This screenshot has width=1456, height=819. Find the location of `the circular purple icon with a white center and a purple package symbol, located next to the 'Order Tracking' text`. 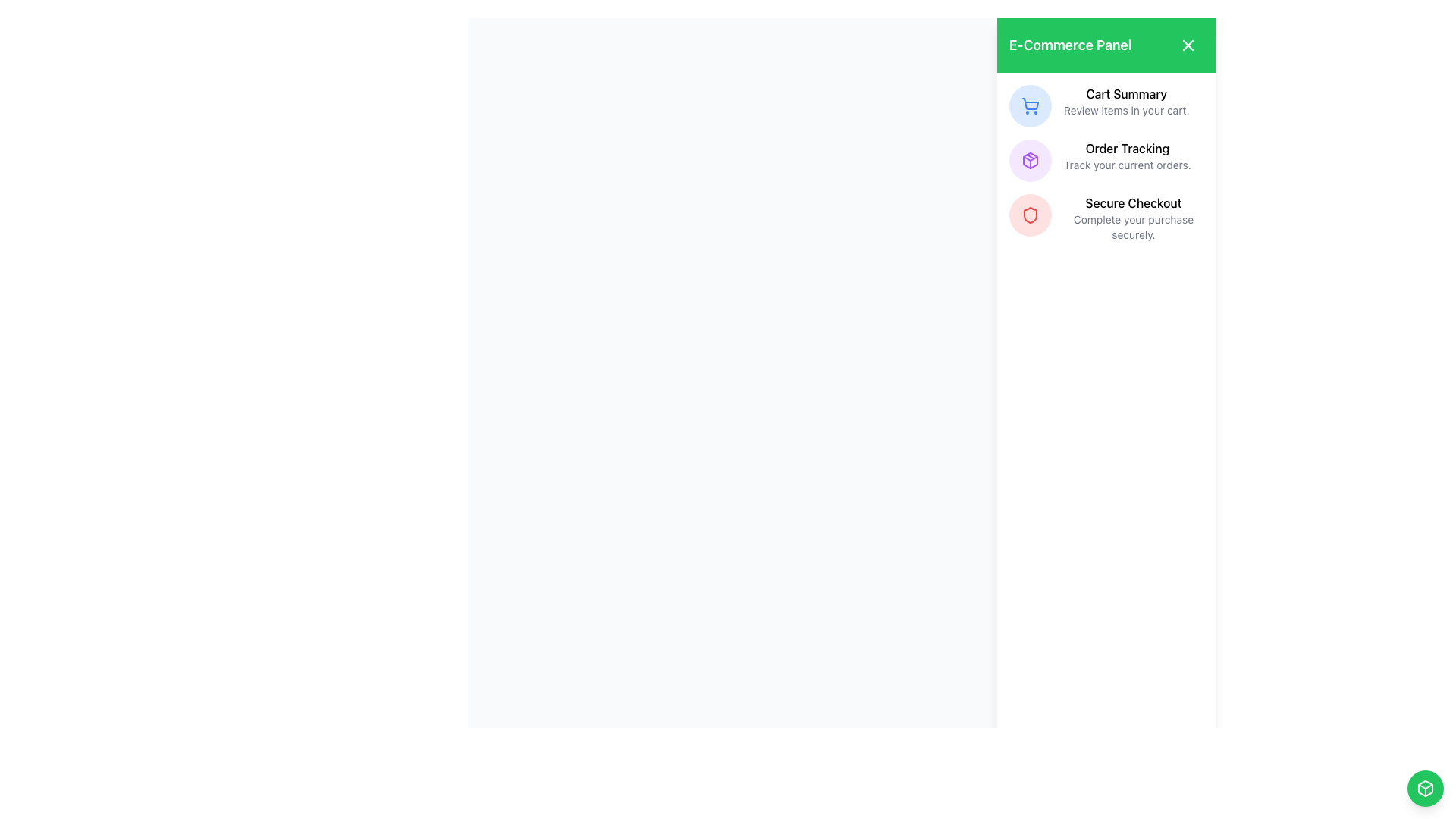

the circular purple icon with a white center and a purple package symbol, located next to the 'Order Tracking' text is located at coordinates (1030, 161).